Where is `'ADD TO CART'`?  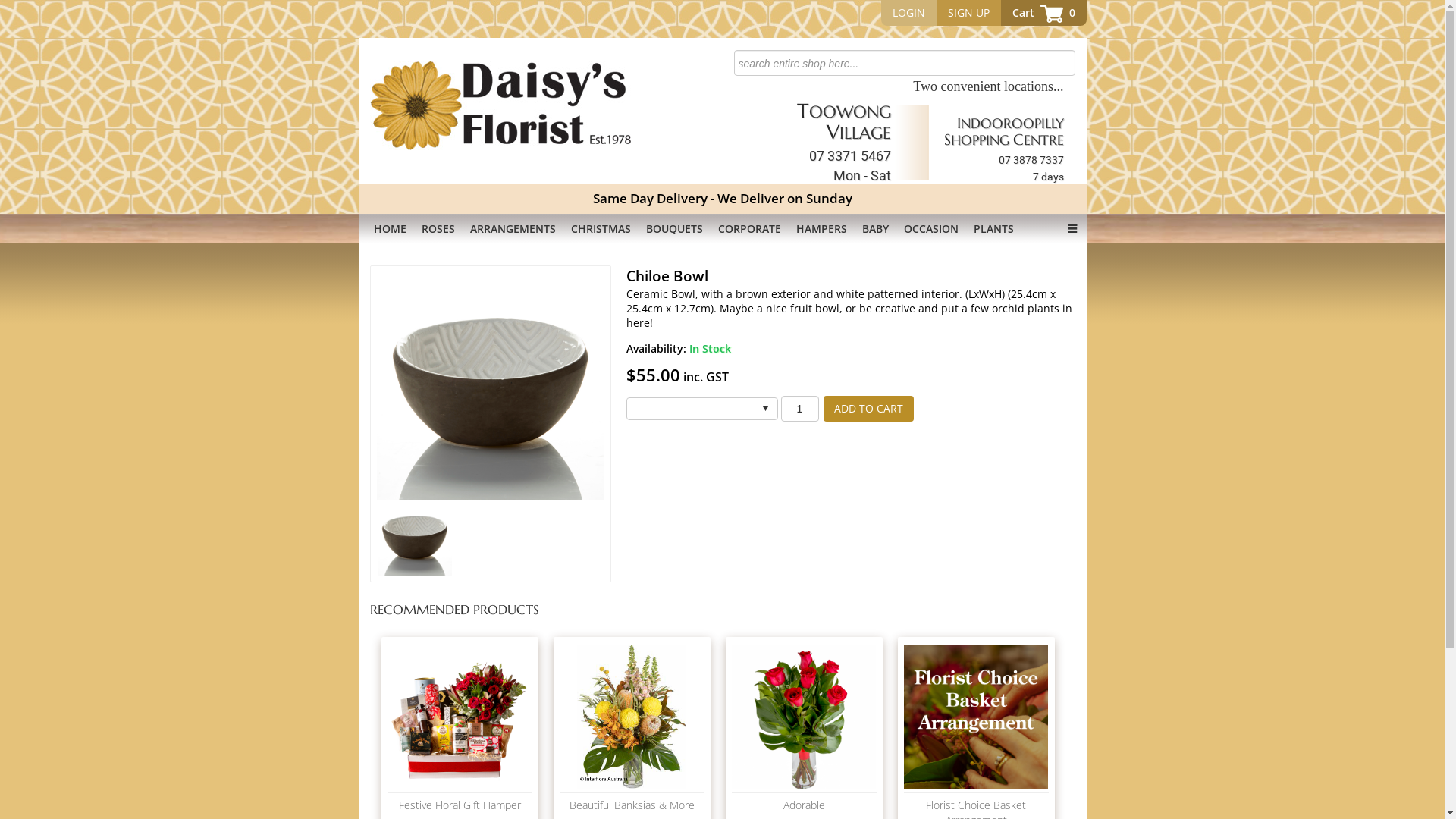 'ADD TO CART' is located at coordinates (822, 408).